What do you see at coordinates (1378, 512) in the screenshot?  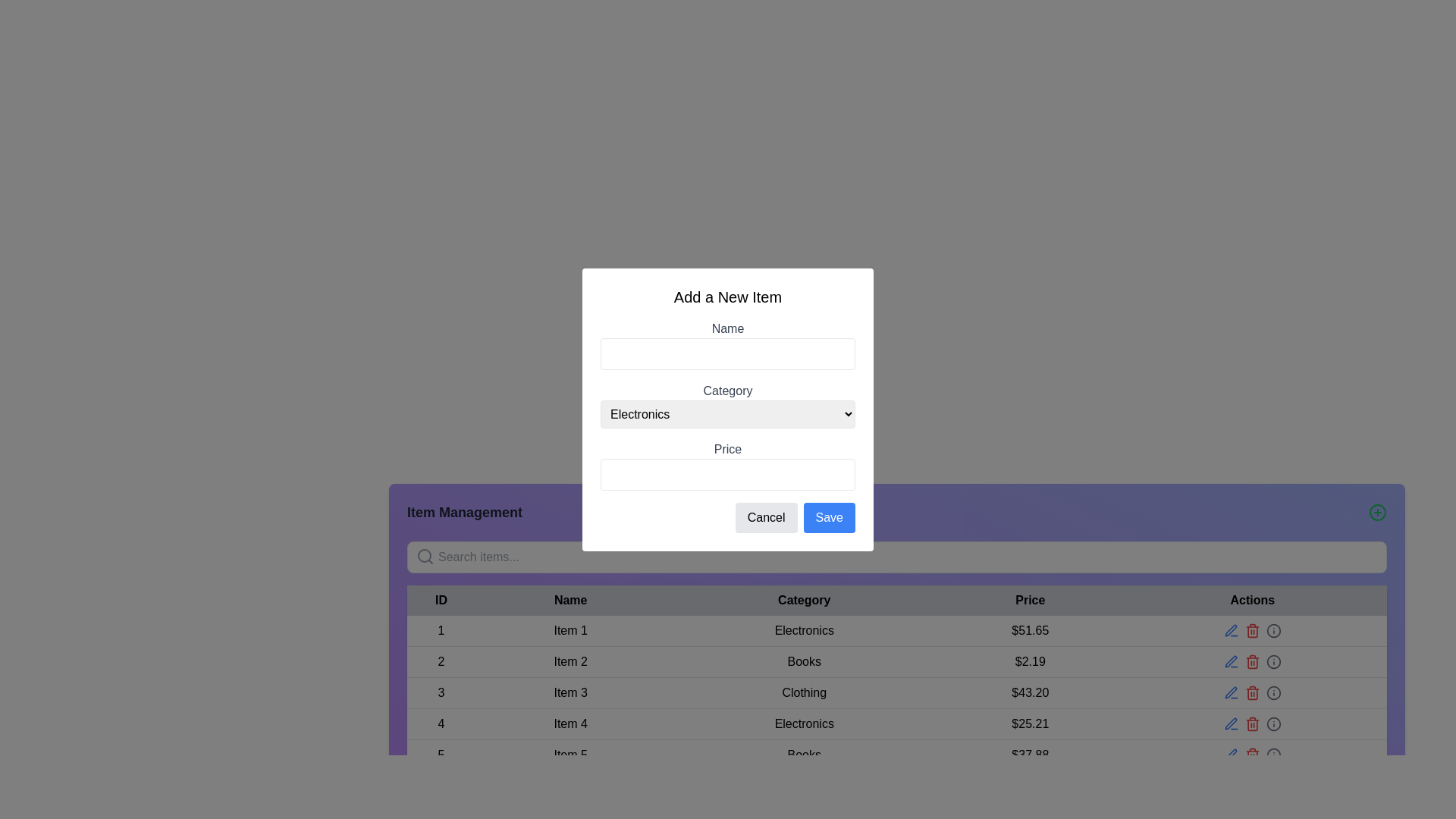 I see `the 'Add New Item' button located at the far right of the 'Item Management' header` at bounding box center [1378, 512].